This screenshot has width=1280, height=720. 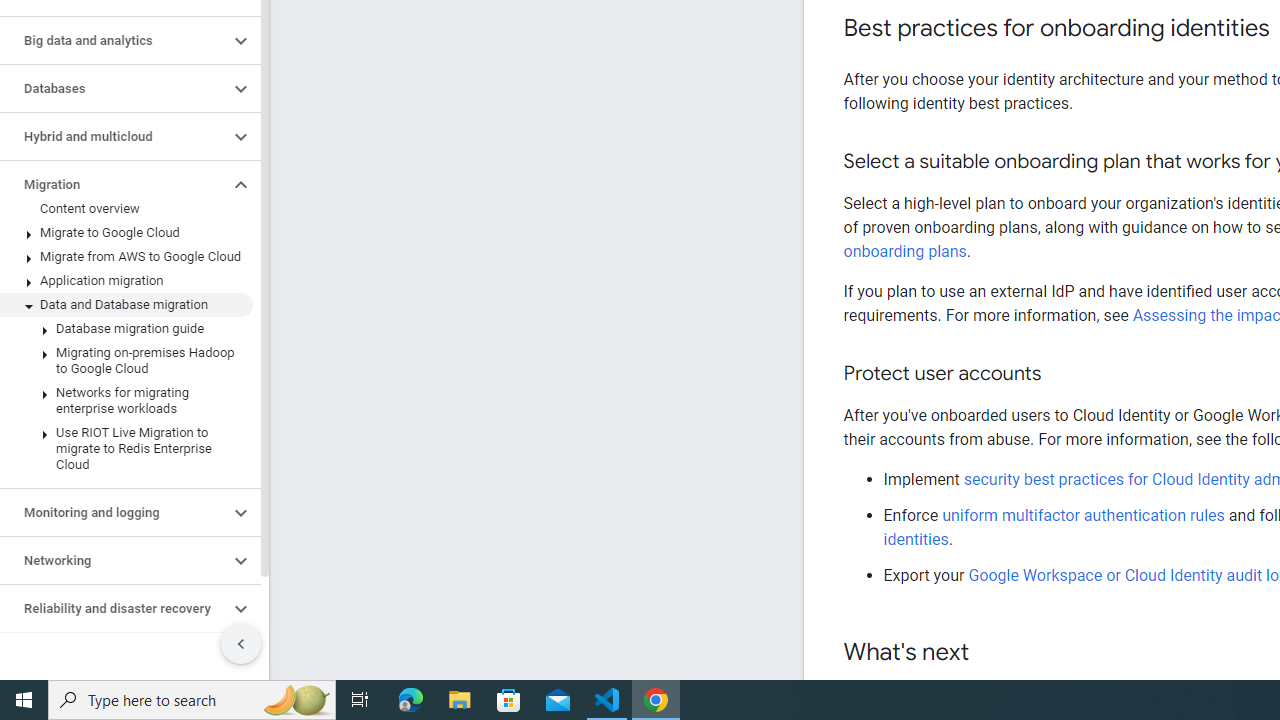 I want to click on 'uniform multifactor authentication rules ', so click(x=1084, y=514).